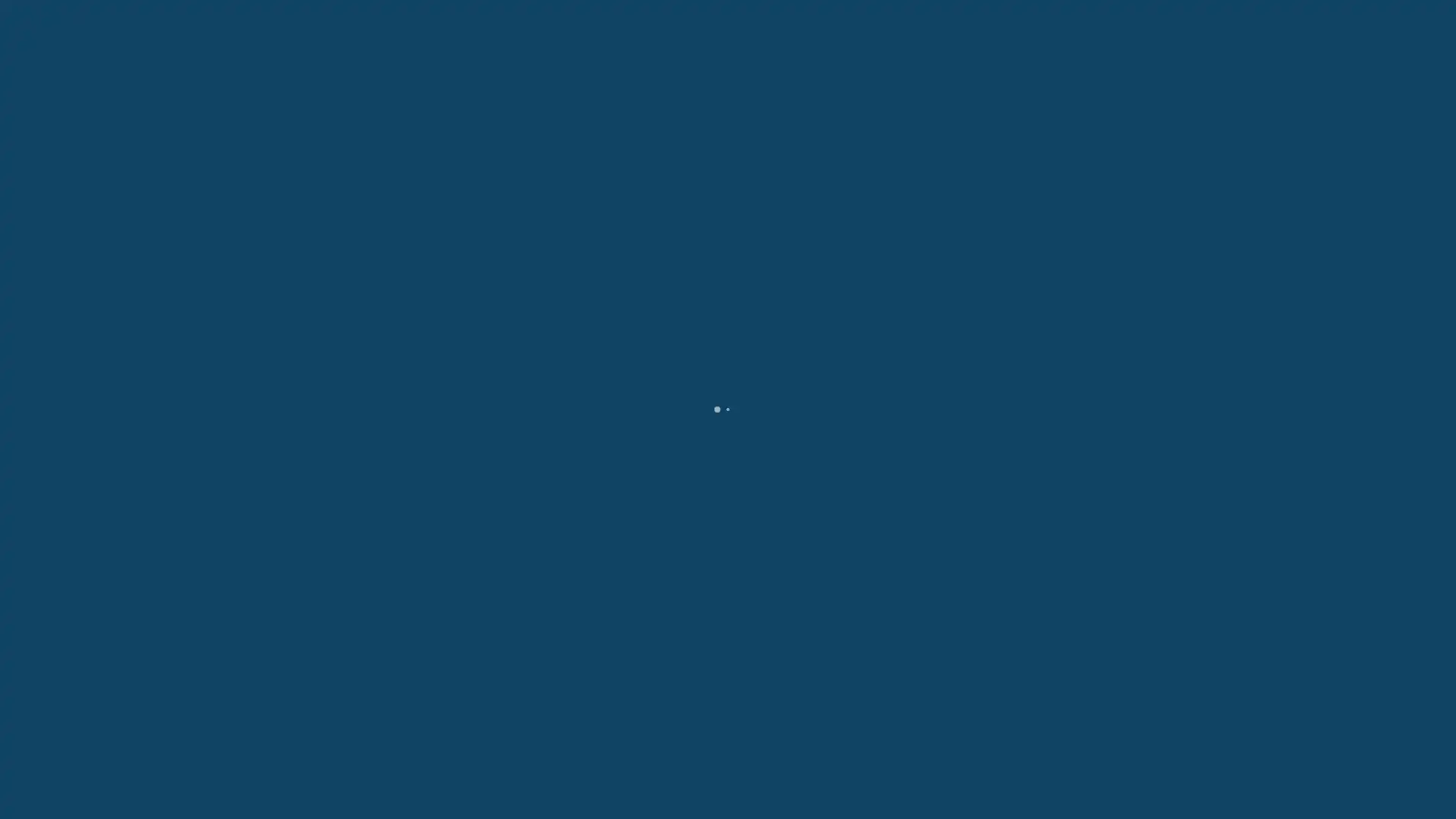 The width and height of the screenshot is (1456, 819). What do you see at coordinates (728, 442) in the screenshot?
I see `Login` at bounding box center [728, 442].